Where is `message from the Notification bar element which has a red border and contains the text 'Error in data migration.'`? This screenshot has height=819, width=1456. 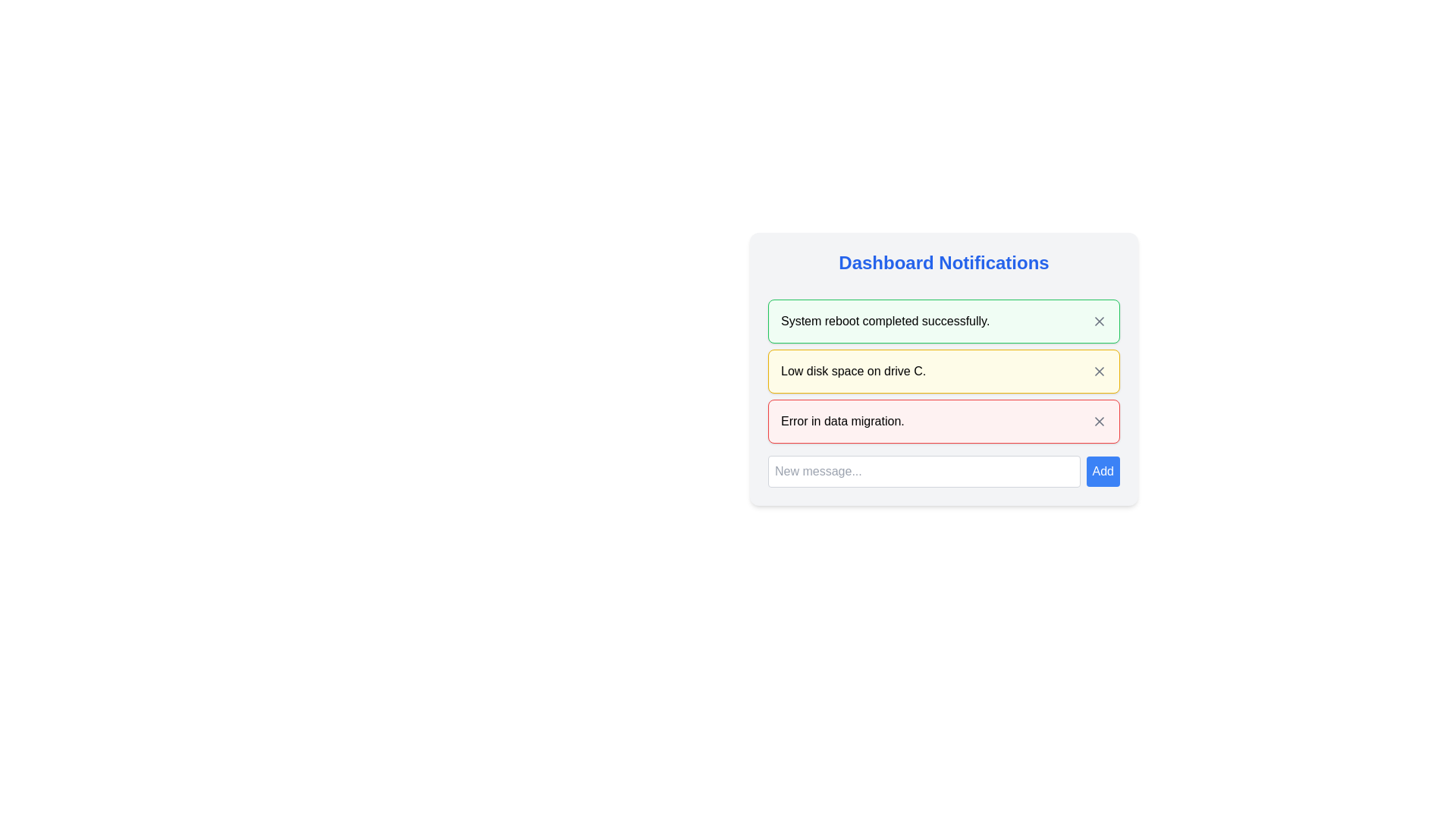
message from the Notification bar element which has a red border and contains the text 'Error in data migration.' is located at coordinates (943, 421).